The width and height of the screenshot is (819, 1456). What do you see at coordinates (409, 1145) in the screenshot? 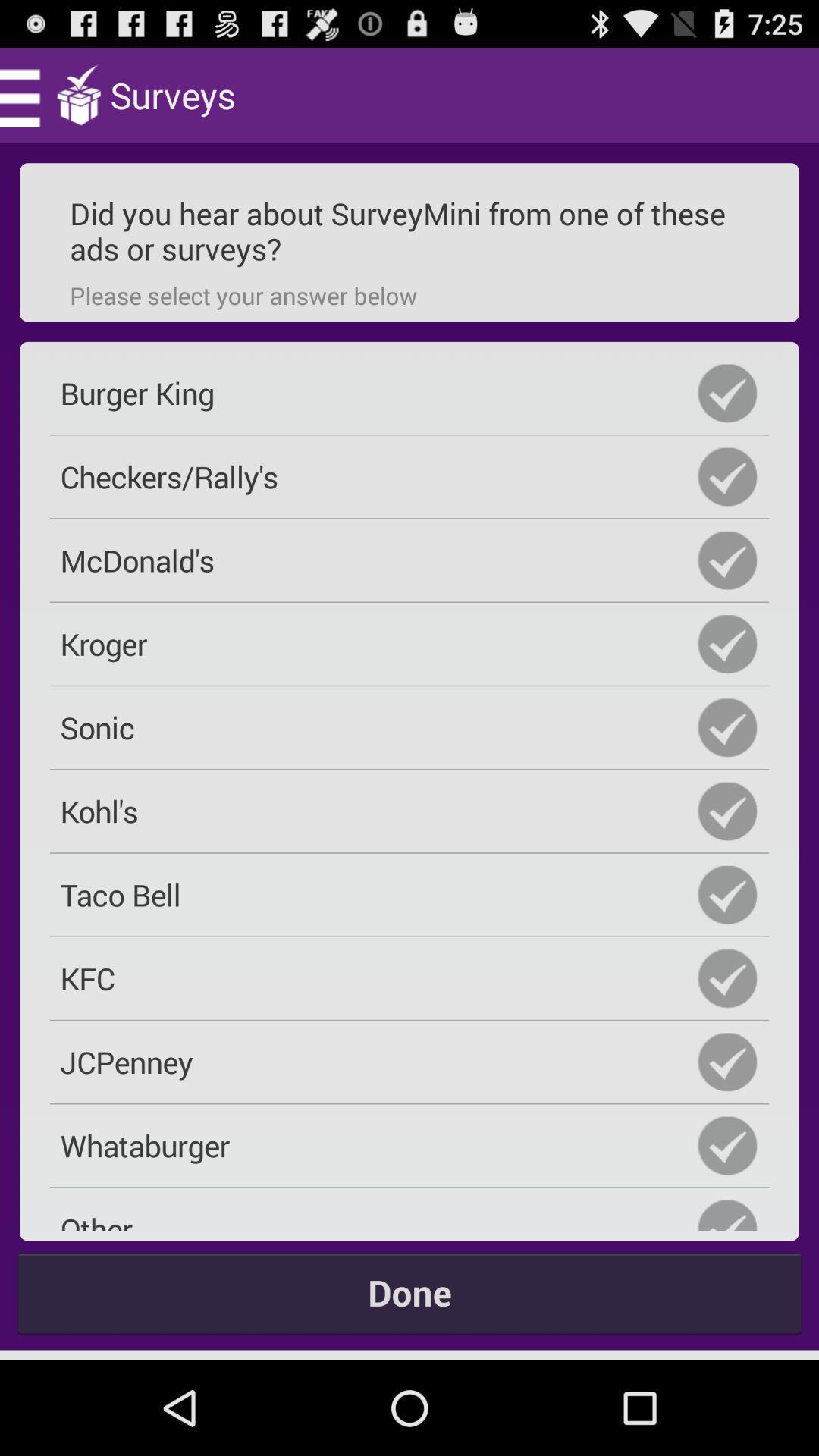
I see `item above the other icon` at bounding box center [409, 1145].